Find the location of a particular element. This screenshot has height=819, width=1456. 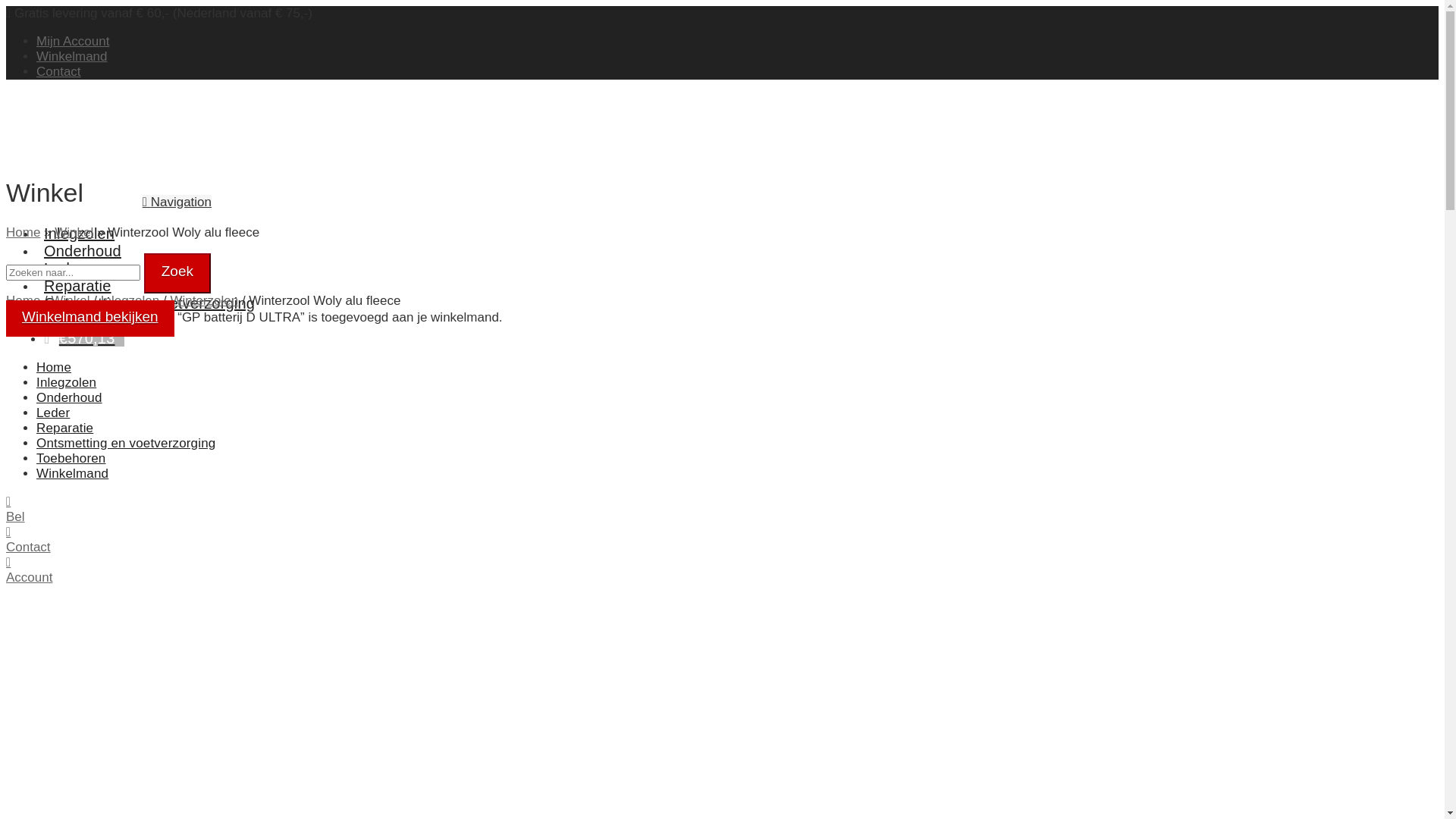

'Bel' is located at coordinates (15, 509).